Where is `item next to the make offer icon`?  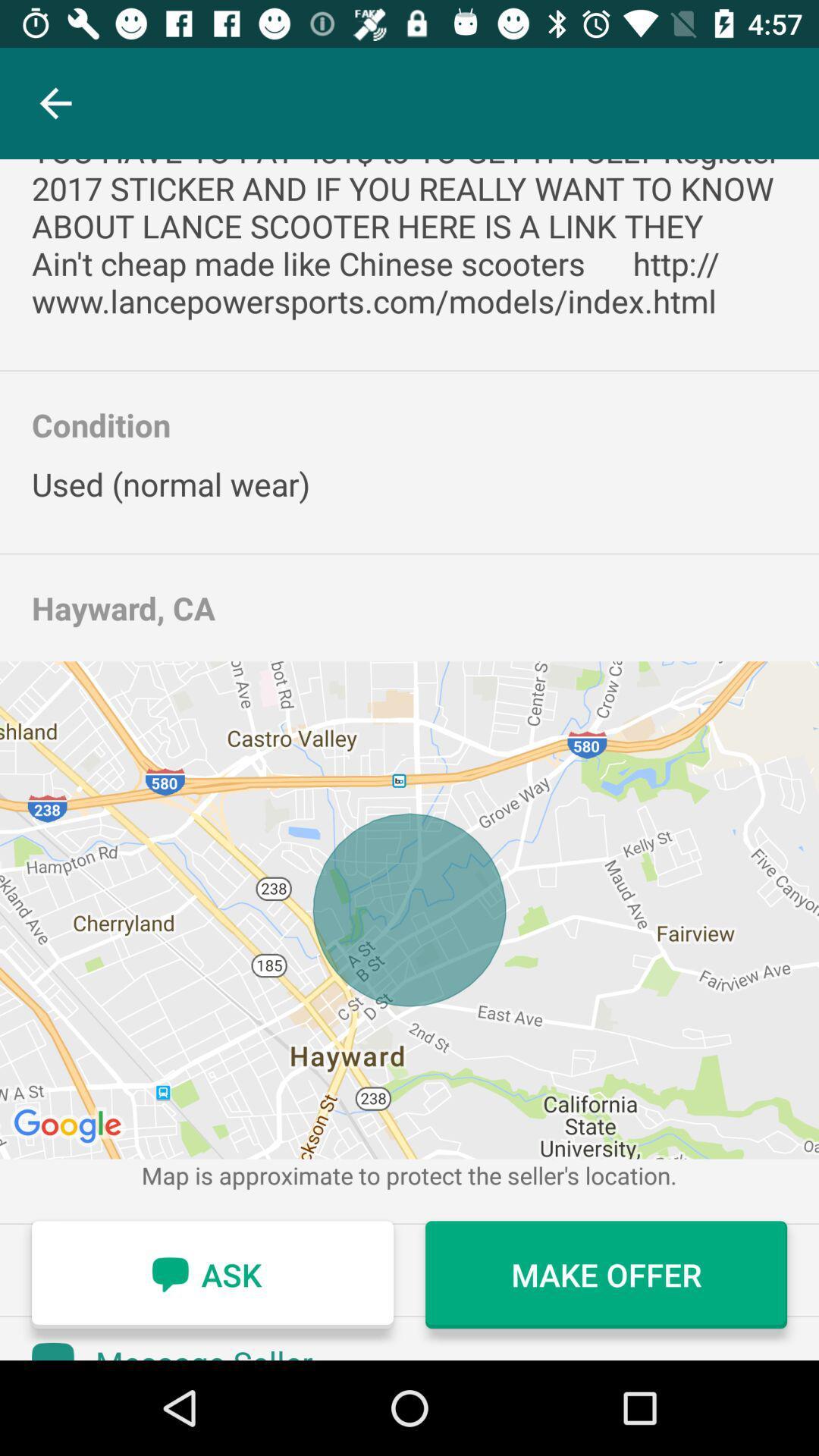 item next to the make offer icon is located at coordinates (212, 1274).